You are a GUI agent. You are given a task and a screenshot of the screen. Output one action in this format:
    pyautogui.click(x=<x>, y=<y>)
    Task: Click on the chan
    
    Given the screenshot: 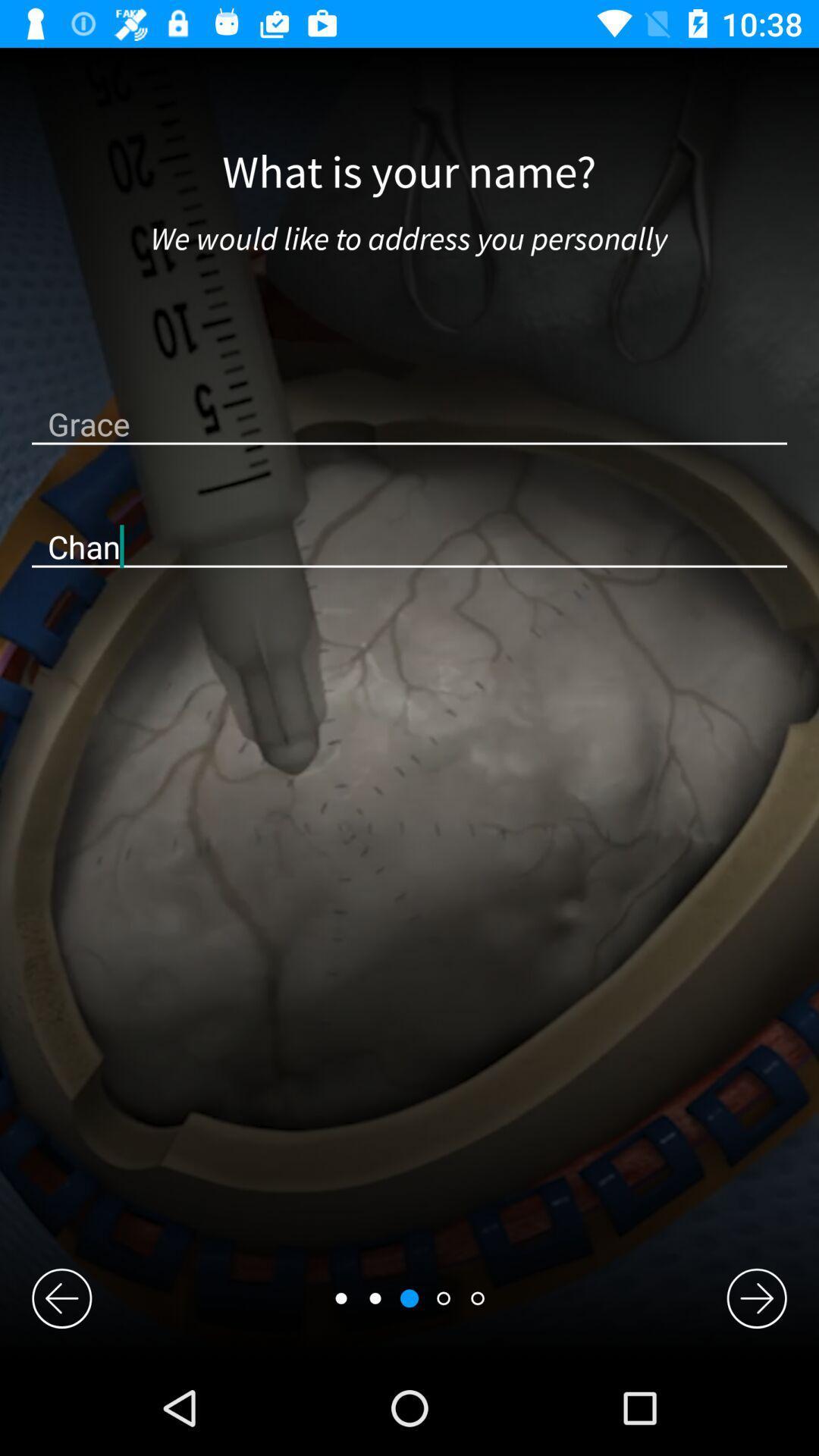 What is the action you would take?
    pyautogui.click(x=409, y=546)
    